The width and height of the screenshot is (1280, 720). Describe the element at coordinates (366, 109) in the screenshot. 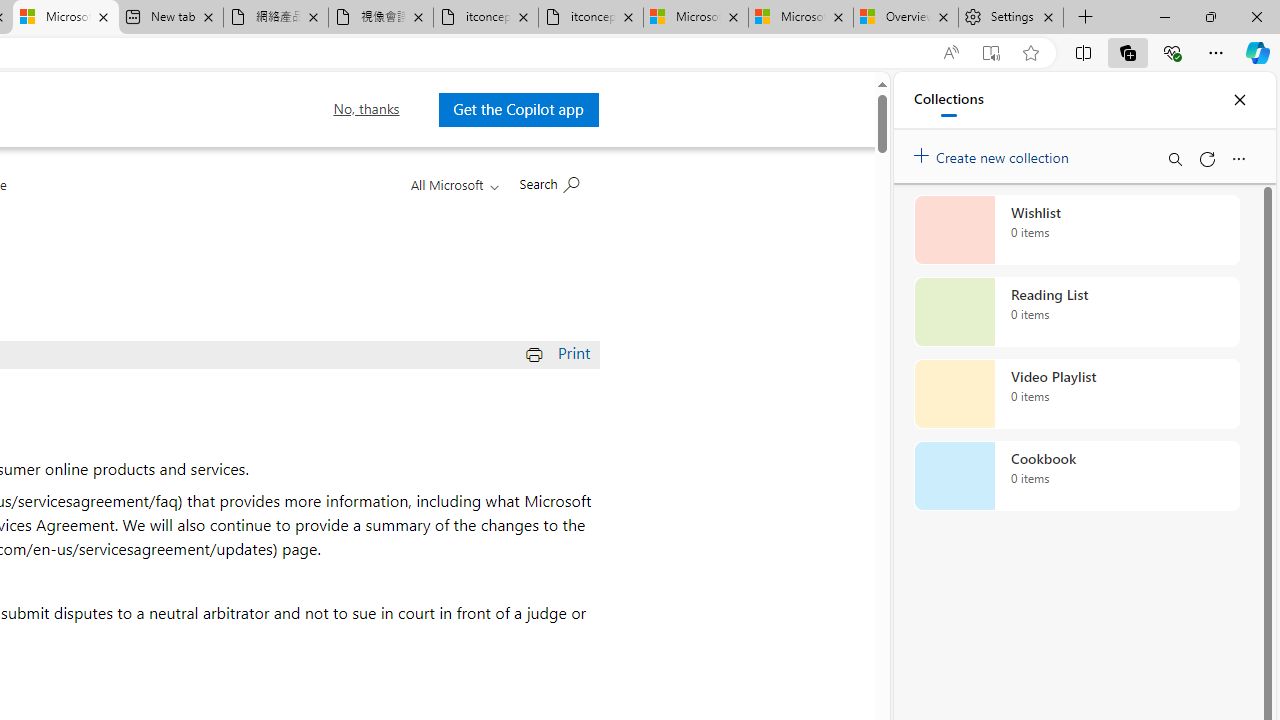

I see `'No, thanks'` at that location.